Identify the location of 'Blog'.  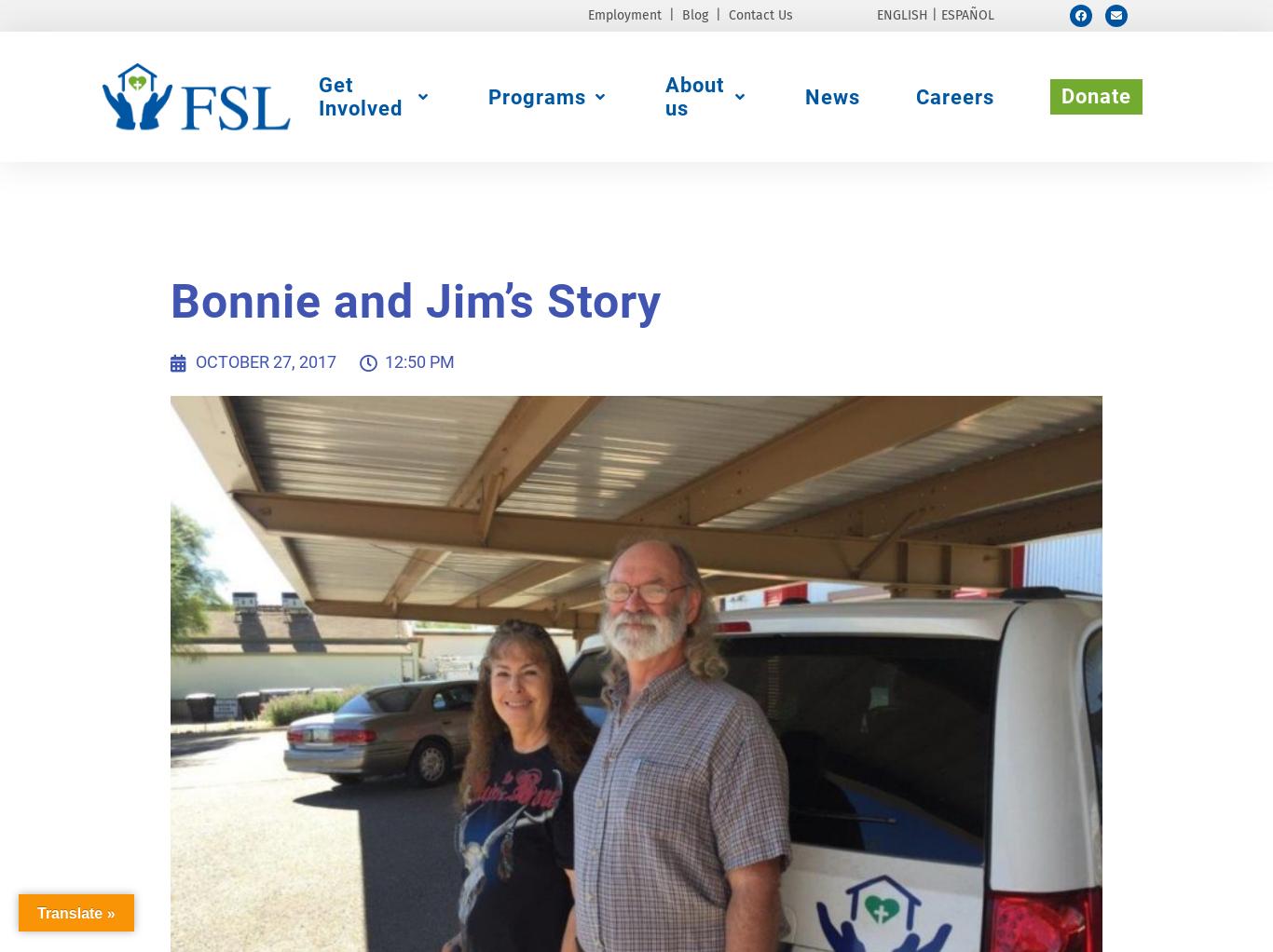
(694, 14).